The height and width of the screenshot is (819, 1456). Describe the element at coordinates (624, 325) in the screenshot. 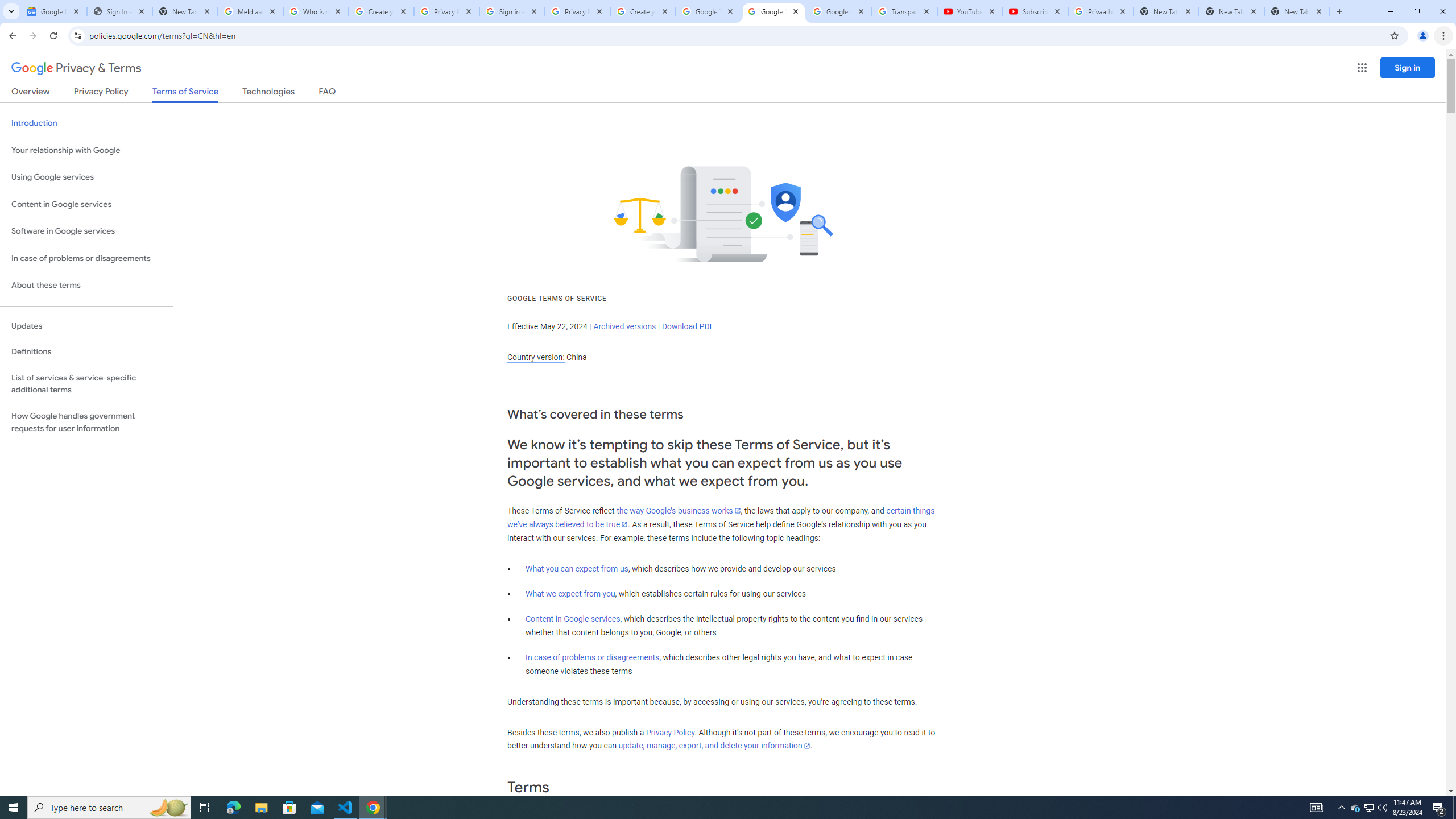

I see `'Archived versions'` at that location.